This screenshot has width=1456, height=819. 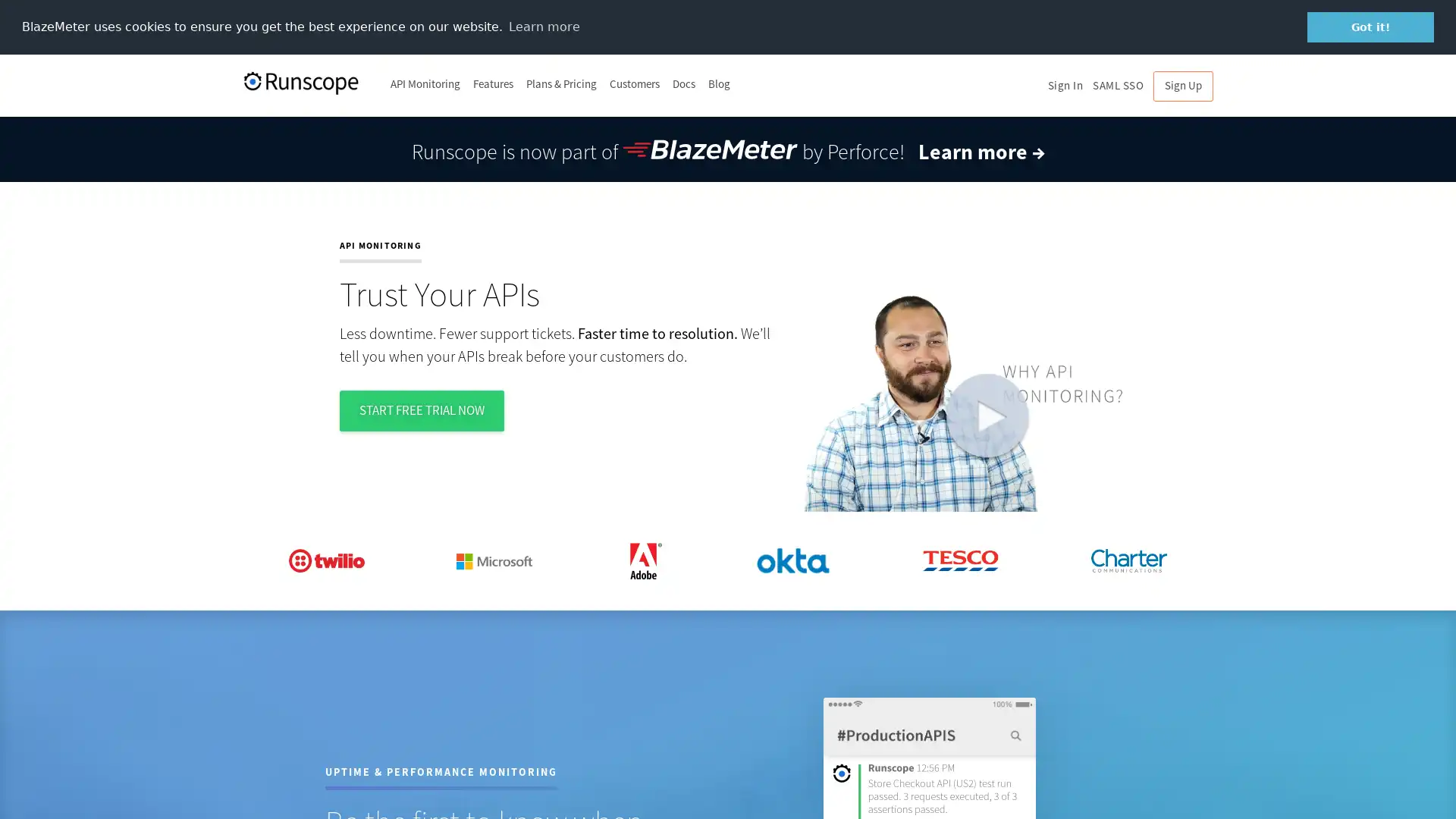 What do you see at coordinates (1370, 27) in the screenshot?
I see `dismiss cookie message` at bounding box center [1370, 27].